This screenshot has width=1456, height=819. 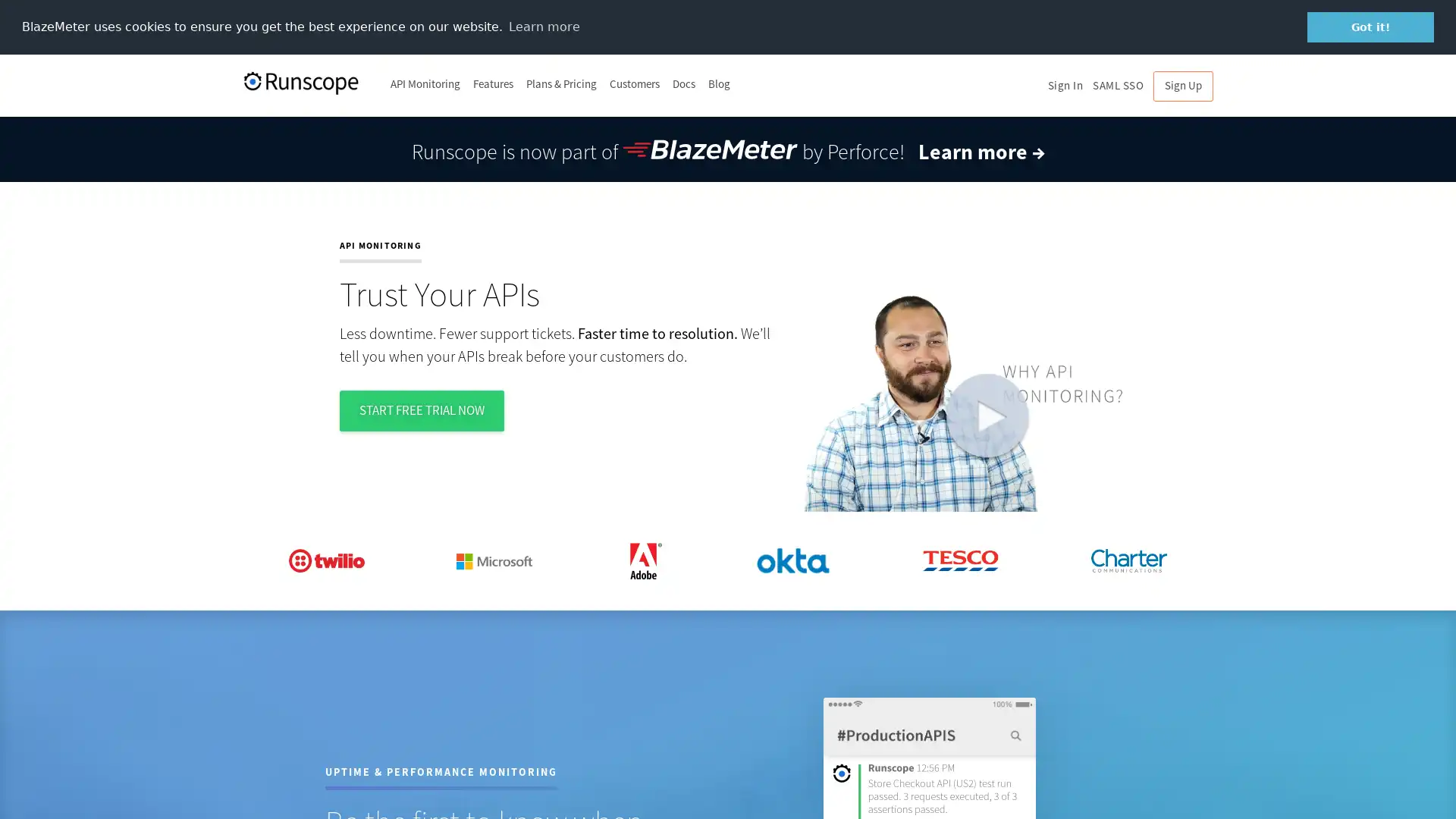 What do you see at coordinates (1370, 27) in the screenshot?
I see `dismiss cookie message` at bounding box center [1370, 27].